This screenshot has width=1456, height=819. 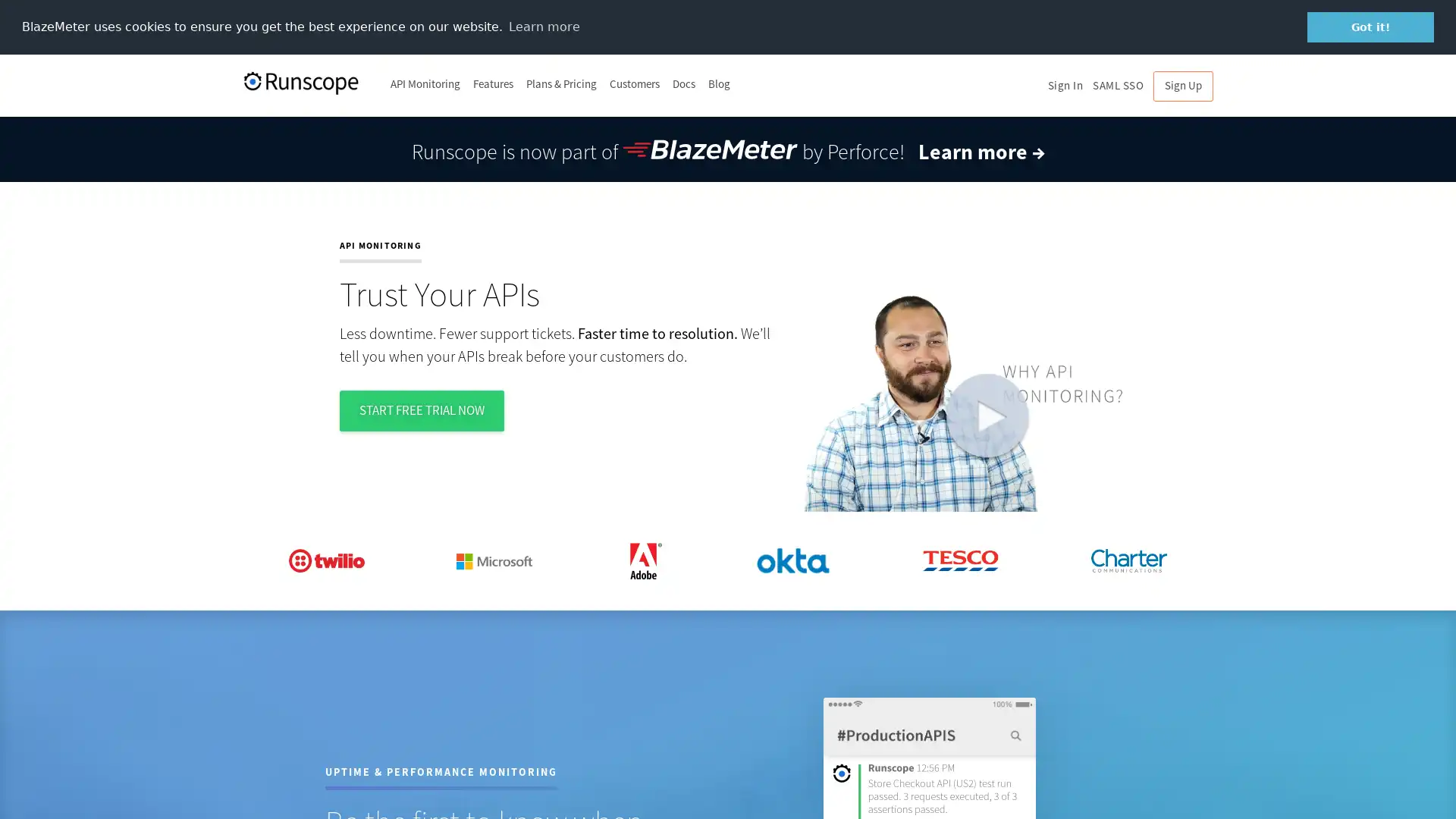 What do you see at coordinates (1370, 27) in the screenshot?
I see `dismiss cookie message` at bounding box center [1370, 27].